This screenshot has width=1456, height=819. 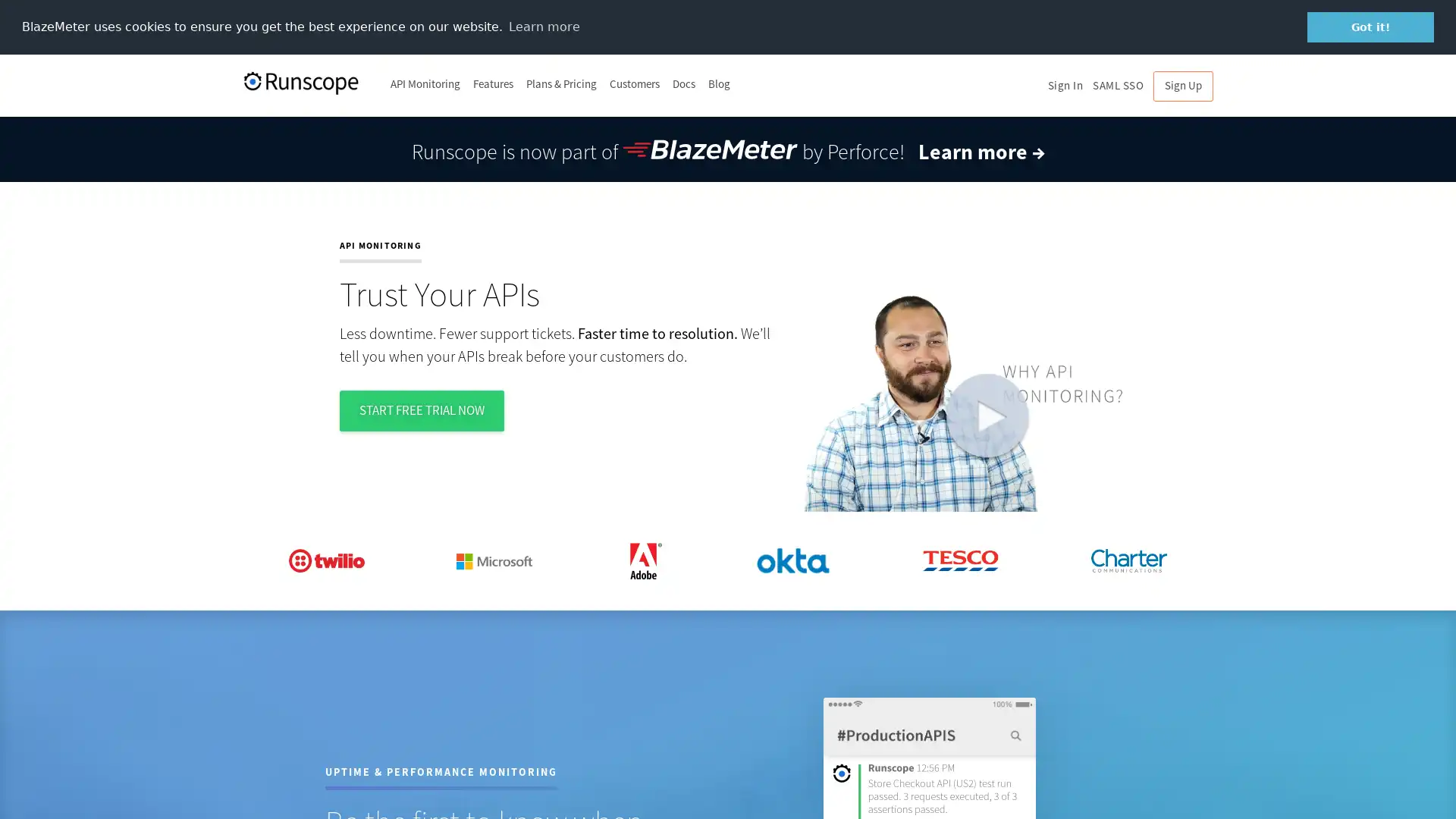 What do you see at coordinates (1370, 27) in the screenshot?
I see `dismiss cookie message` at bounding box center [1370, 27].